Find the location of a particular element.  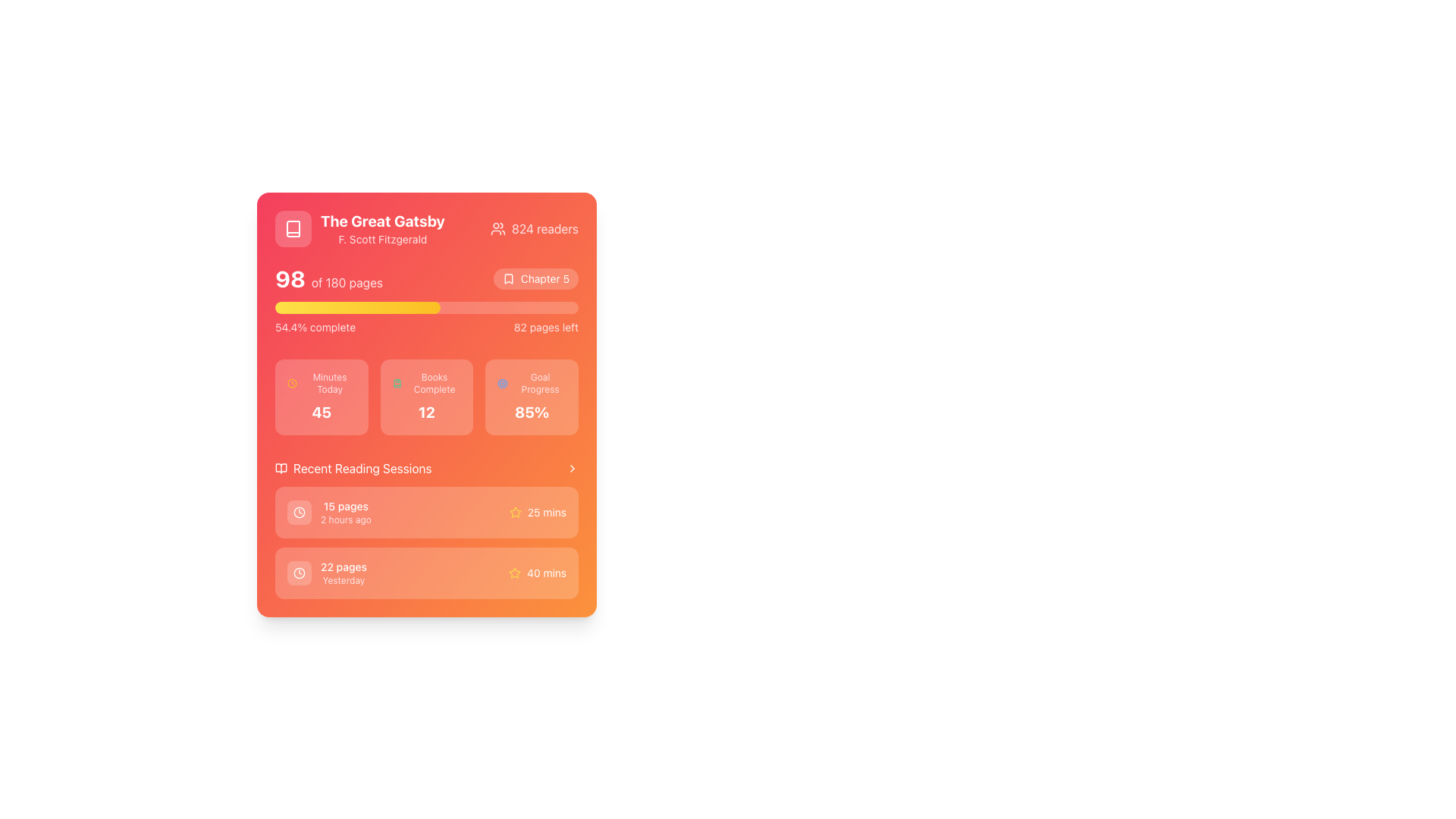

the text label that provides supplementary information about the duration of a recent reading session, located in the bottom-left region of the 'Recent Reading Sessions' card, aligned with a star icon to its left is located at coordinates (546, 512).